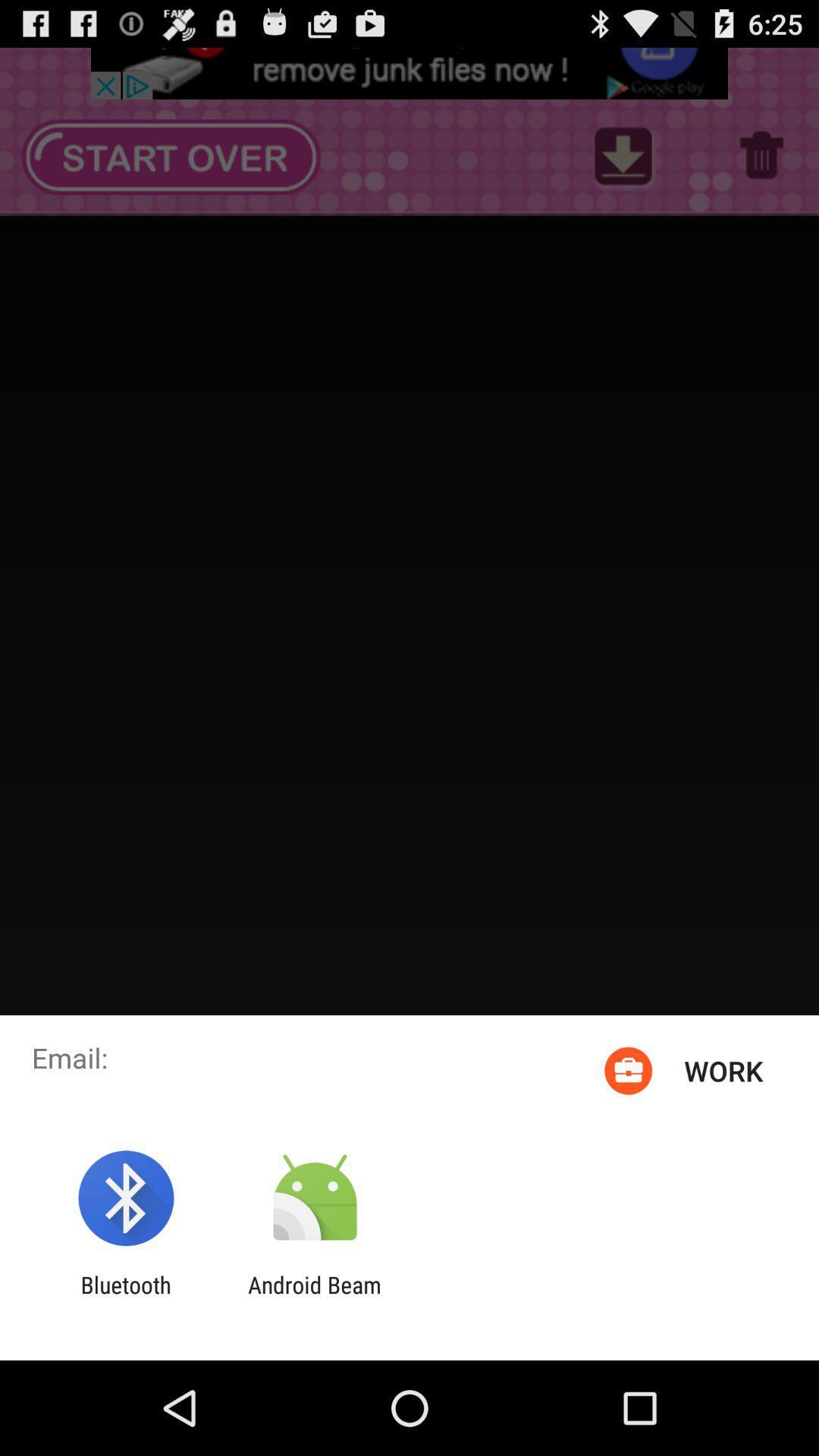 The height and width of the screenshot is (1456, 819). What do you see at coordinates (314, 1298) in the screenshot?
I see `the app next to the bluetooth item` at bounding box center [314, 1298].